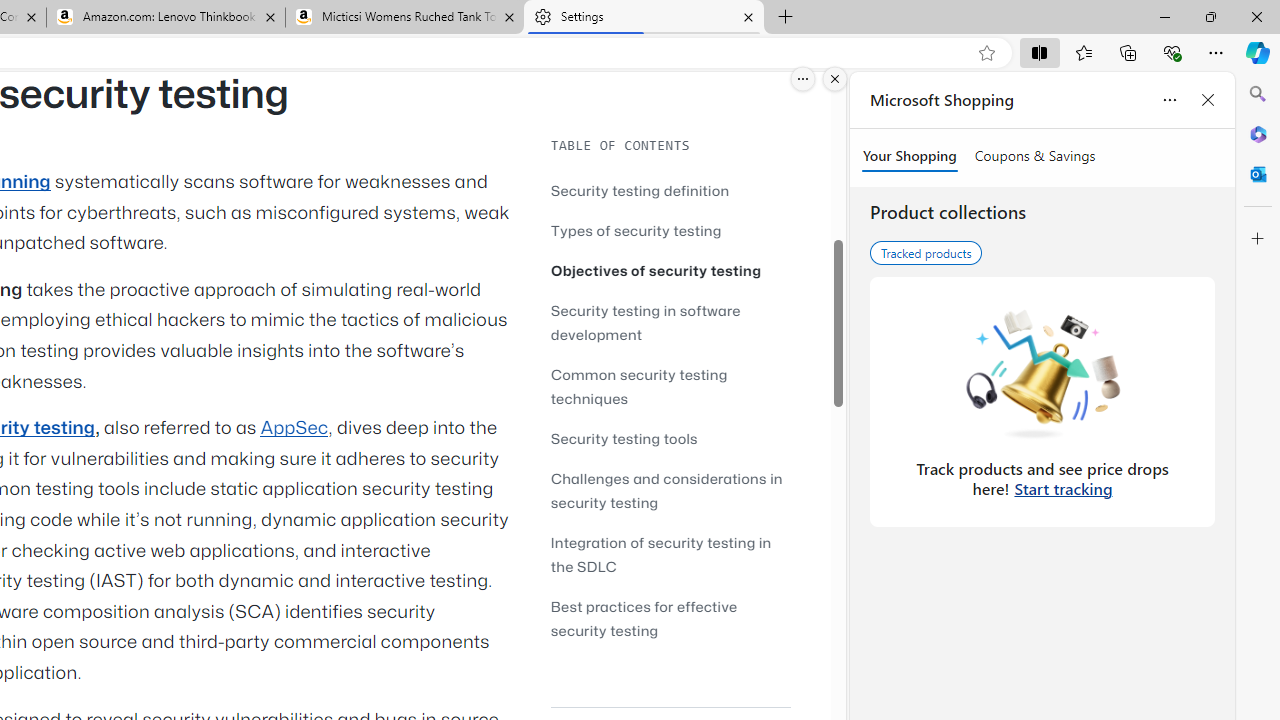 Image resolution: width=1280 pixels, height=720 pixels. Describe the element at coordinates (670, 229) in the screenshot. I see `'Types of security testing'` at that location.